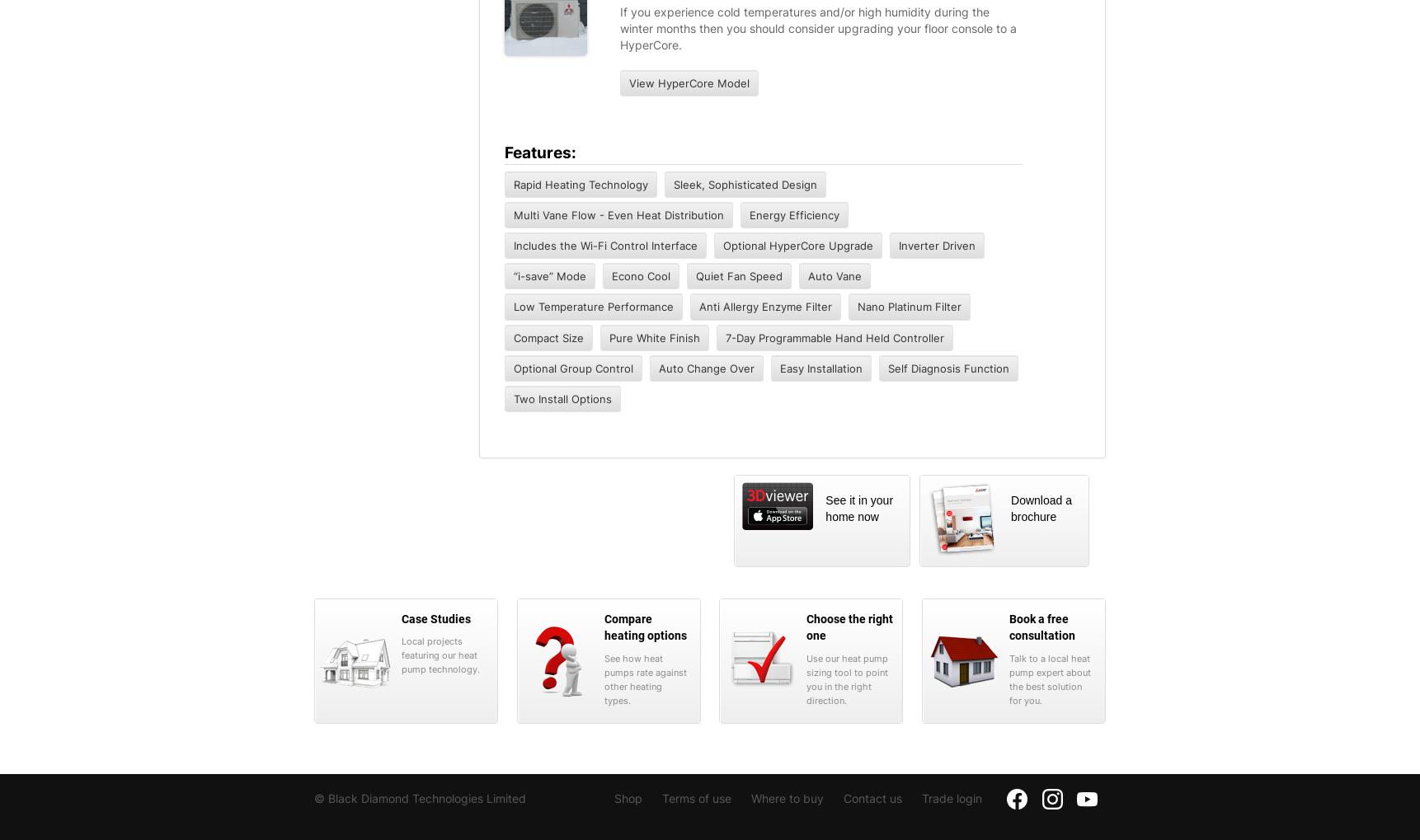  I want to click on 'Auto Change Over', so click(659, 368).